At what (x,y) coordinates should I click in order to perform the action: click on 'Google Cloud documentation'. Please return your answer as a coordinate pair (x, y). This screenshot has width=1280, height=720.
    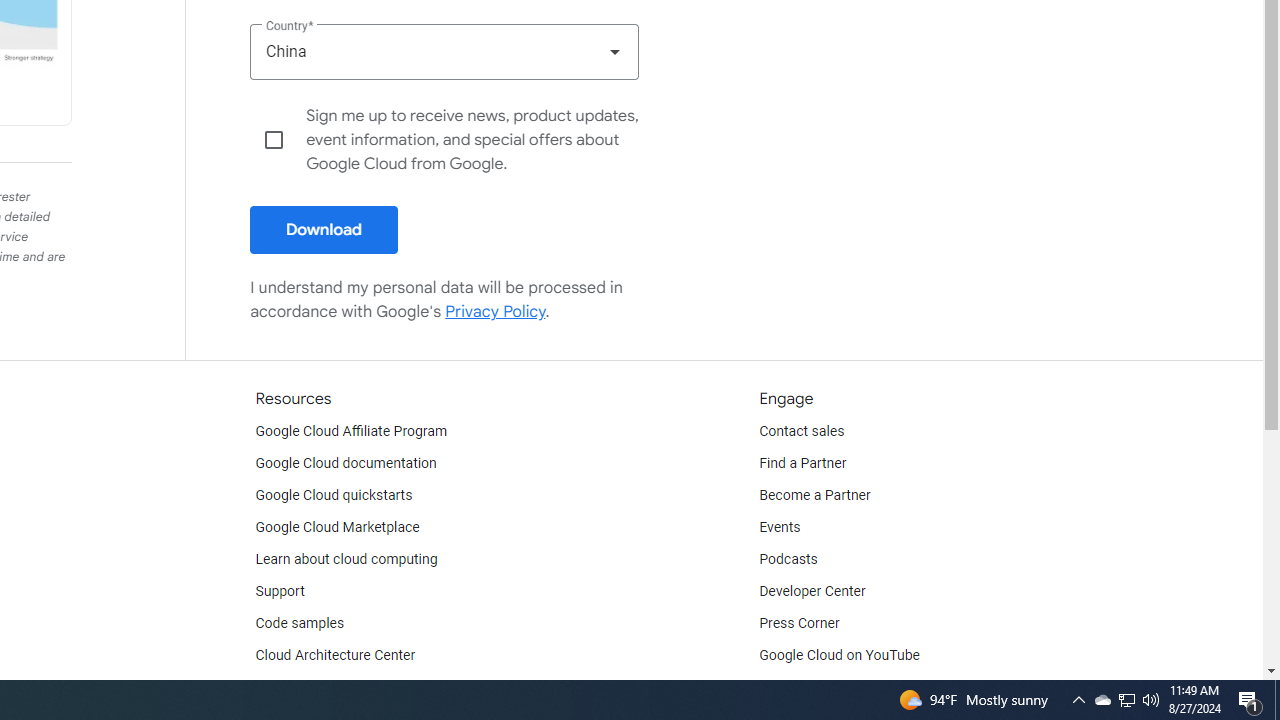
    Looking at the image, I should click on (345, 464).